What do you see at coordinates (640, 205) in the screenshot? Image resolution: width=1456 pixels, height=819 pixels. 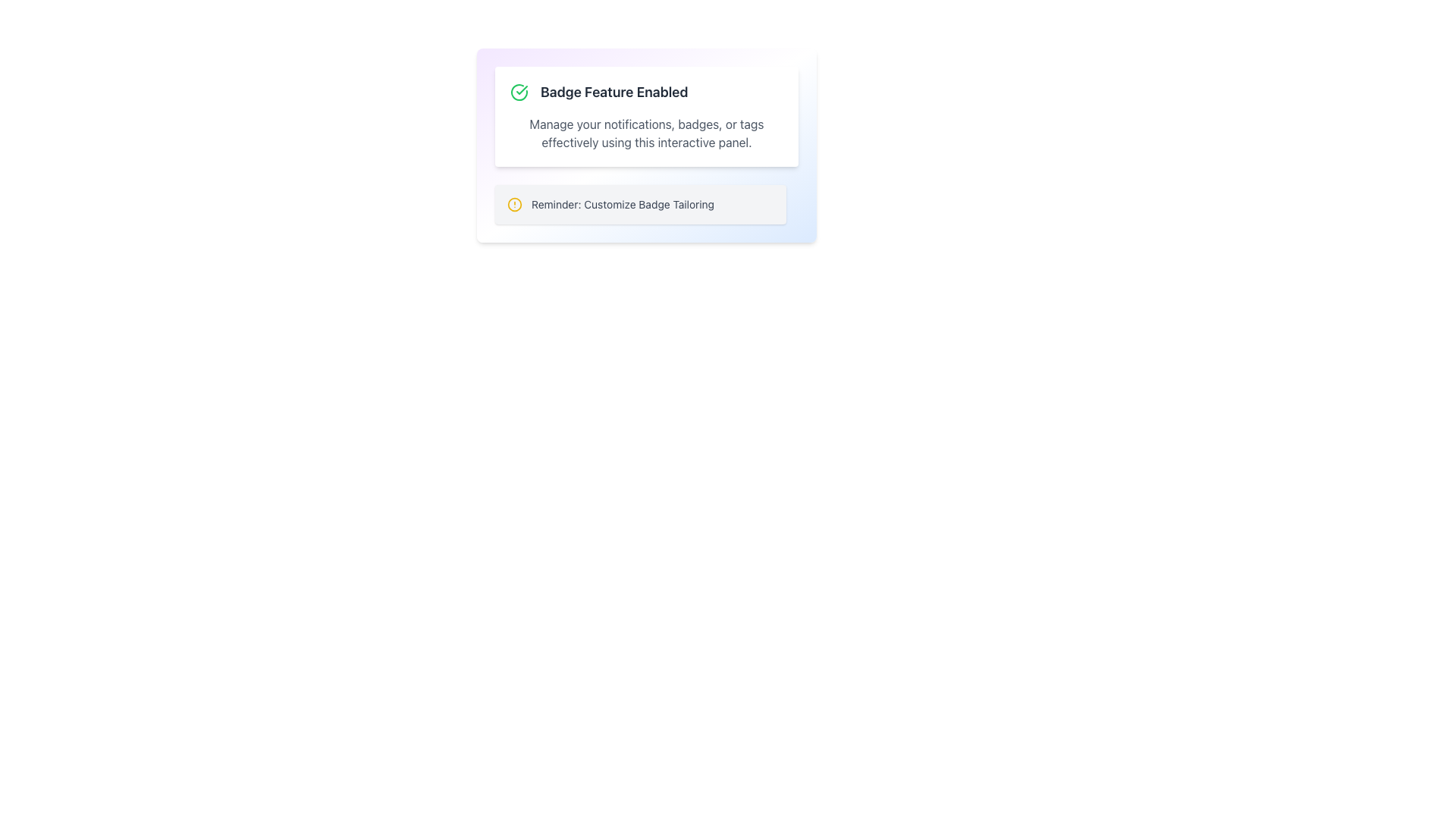 I see `the Notification bar that alerts the user about badge customization, positioned below the text 'Manage your notifications, badges, or tags effectively using this interactive panel.'` at bounding box center [640, 205].